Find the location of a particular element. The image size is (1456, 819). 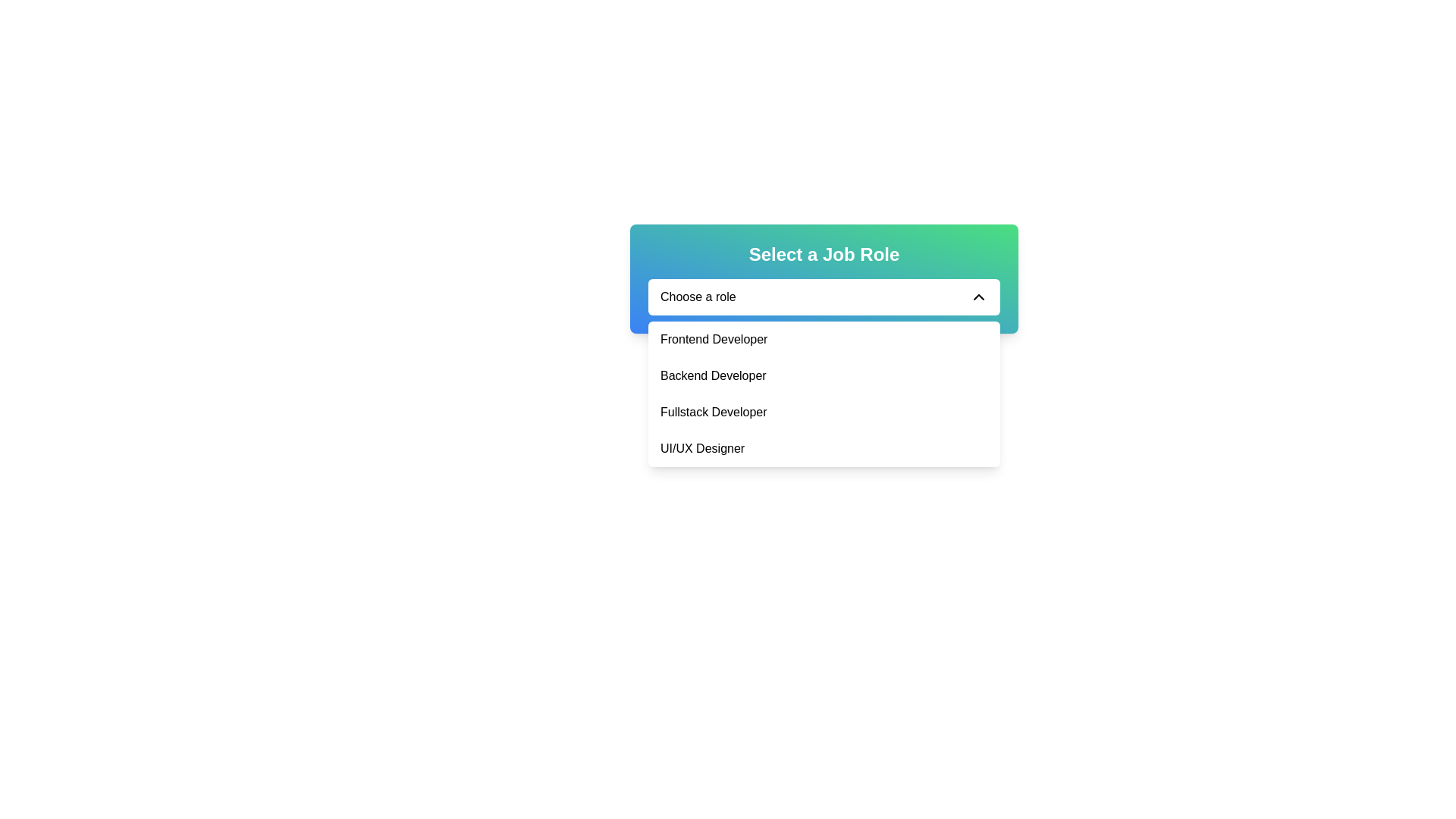

the 'Backend Developer' dropdown menu item is located at coordinates (823, 375).